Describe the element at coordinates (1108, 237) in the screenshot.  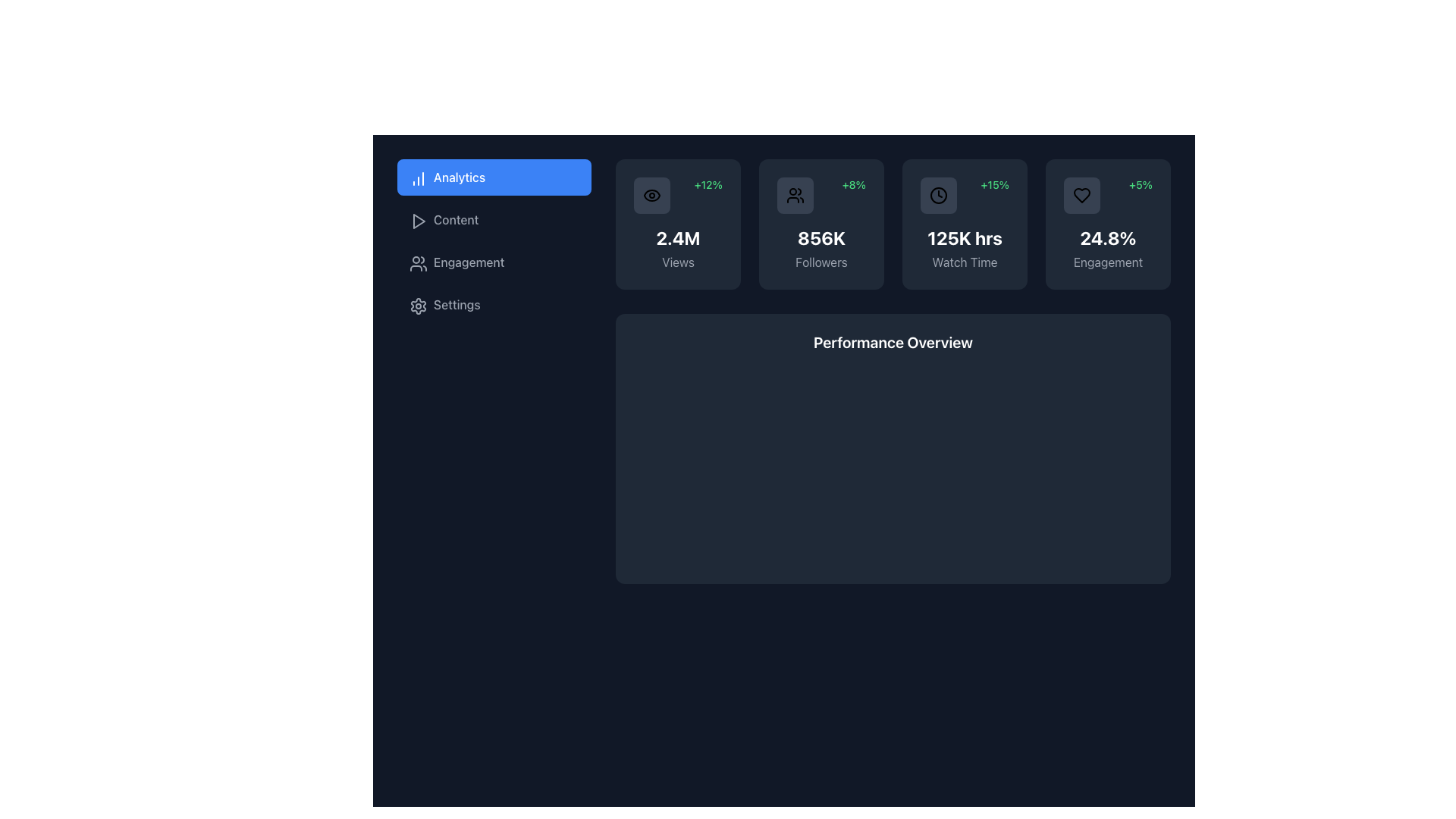
I see `text content of the Text display component that shows the percentage value '24.8%', located in the fourth card at the upper-right part of the interface, below the green '+5%' text and above the gray 'Engagement' text` at that location.